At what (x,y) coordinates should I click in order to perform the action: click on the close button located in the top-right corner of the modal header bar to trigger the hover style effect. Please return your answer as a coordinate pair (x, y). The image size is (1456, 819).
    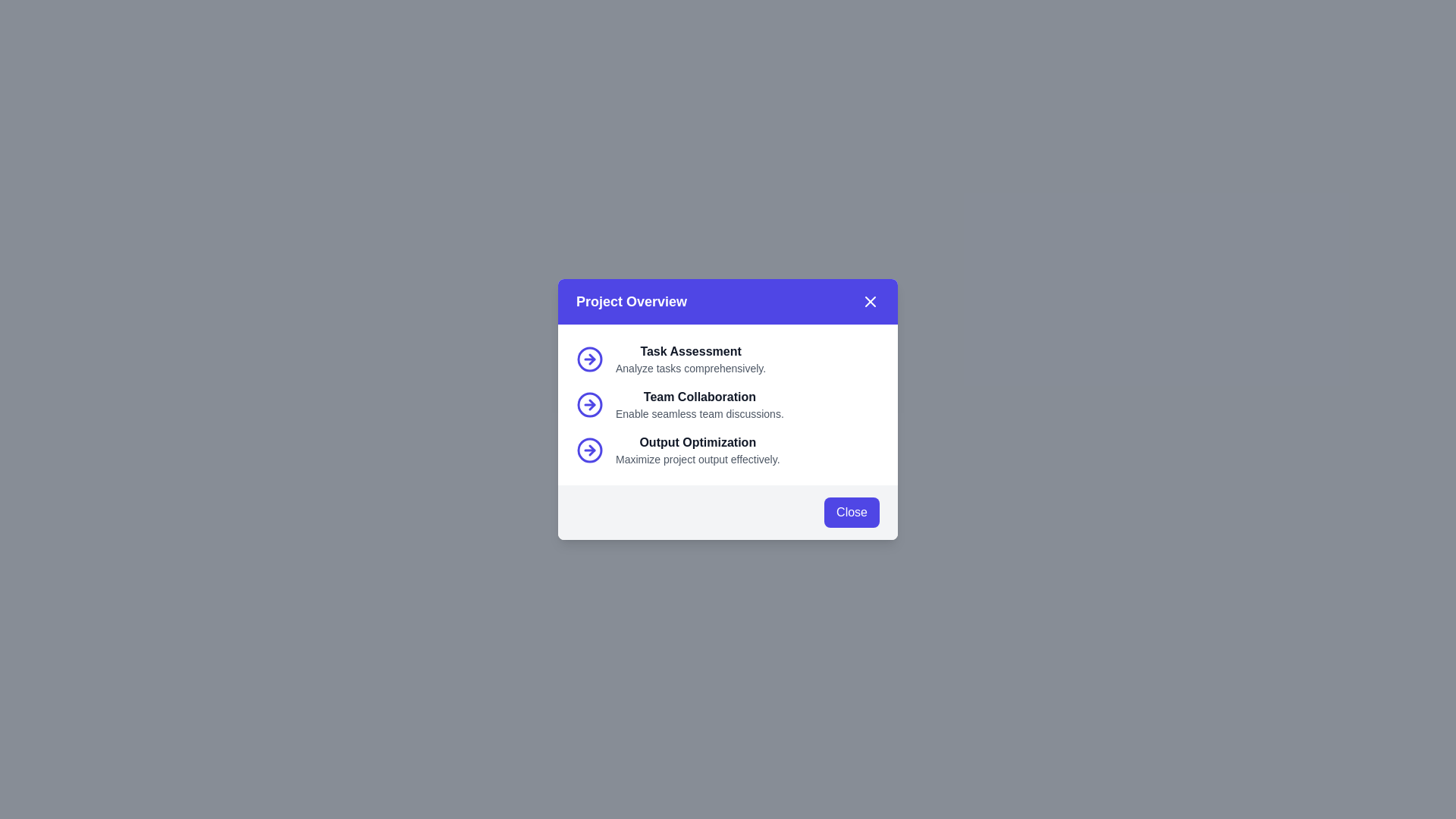
    Looking at the image, I should click on (870, 301).